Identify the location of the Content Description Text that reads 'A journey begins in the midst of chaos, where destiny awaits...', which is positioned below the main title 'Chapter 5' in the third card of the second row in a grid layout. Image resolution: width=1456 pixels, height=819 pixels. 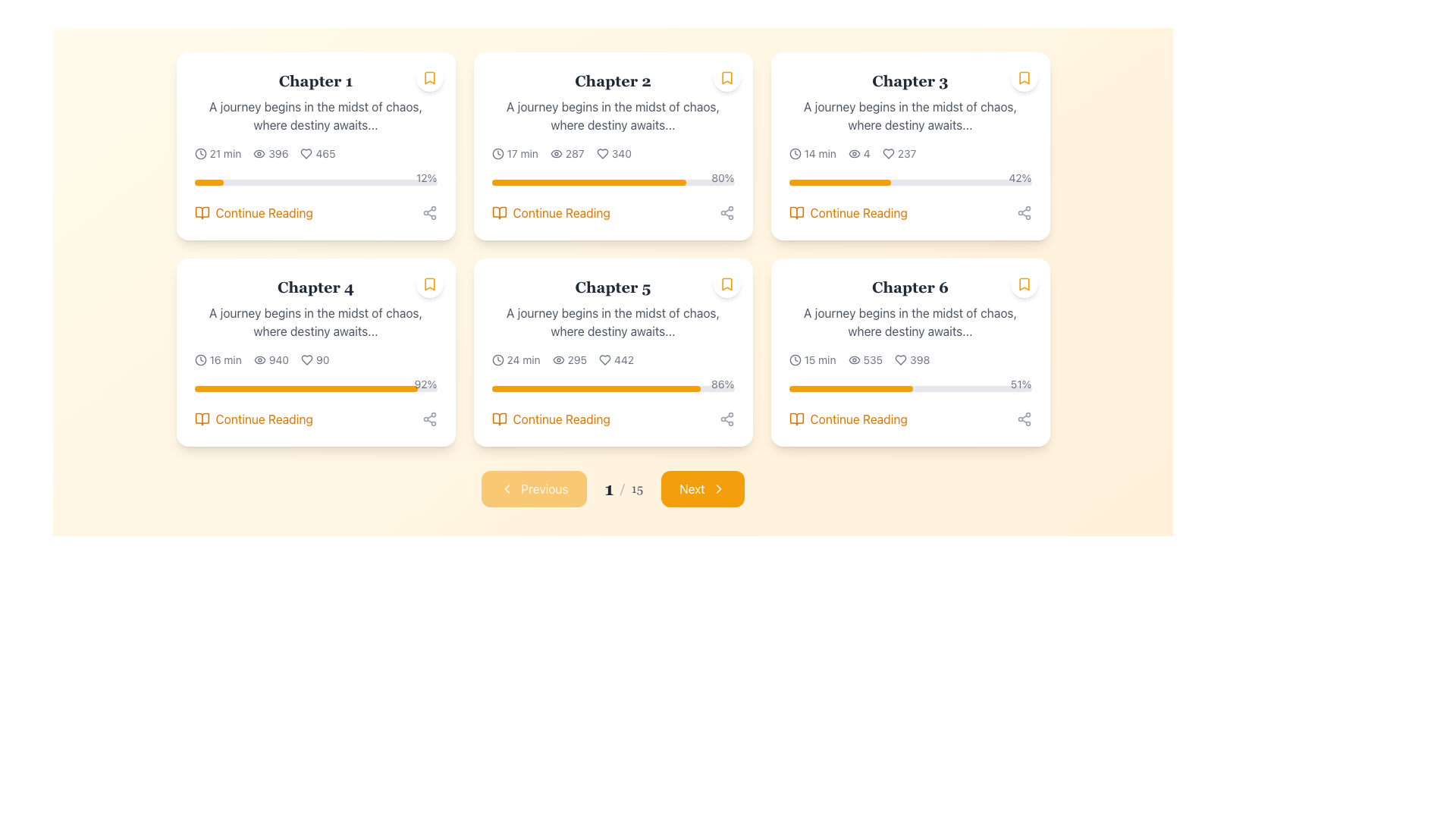
(613, 321).